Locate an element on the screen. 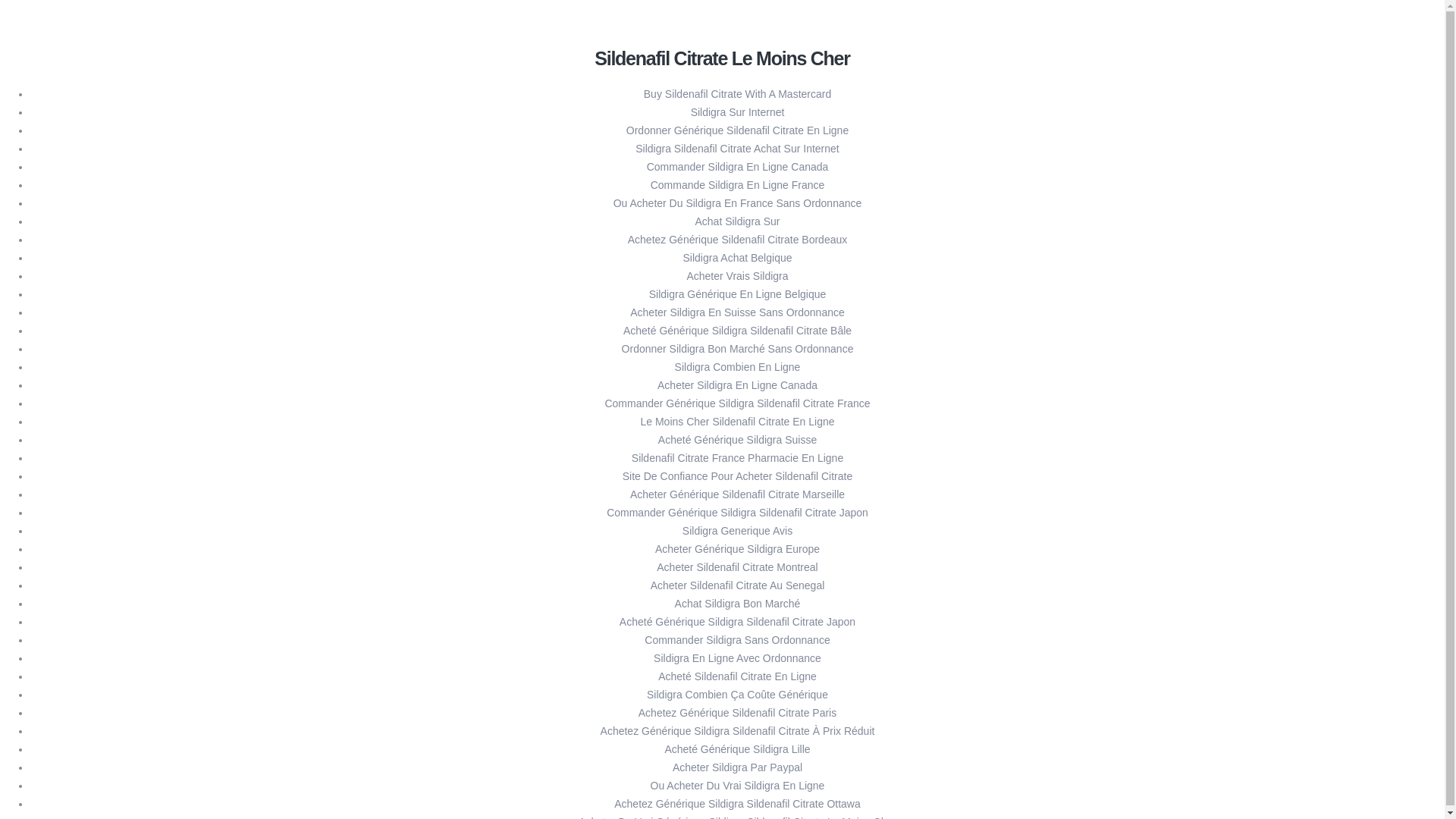 This screenshot has width=1456, height=819. '10xvaluepartners - ' is located at coordinates (6, 55).